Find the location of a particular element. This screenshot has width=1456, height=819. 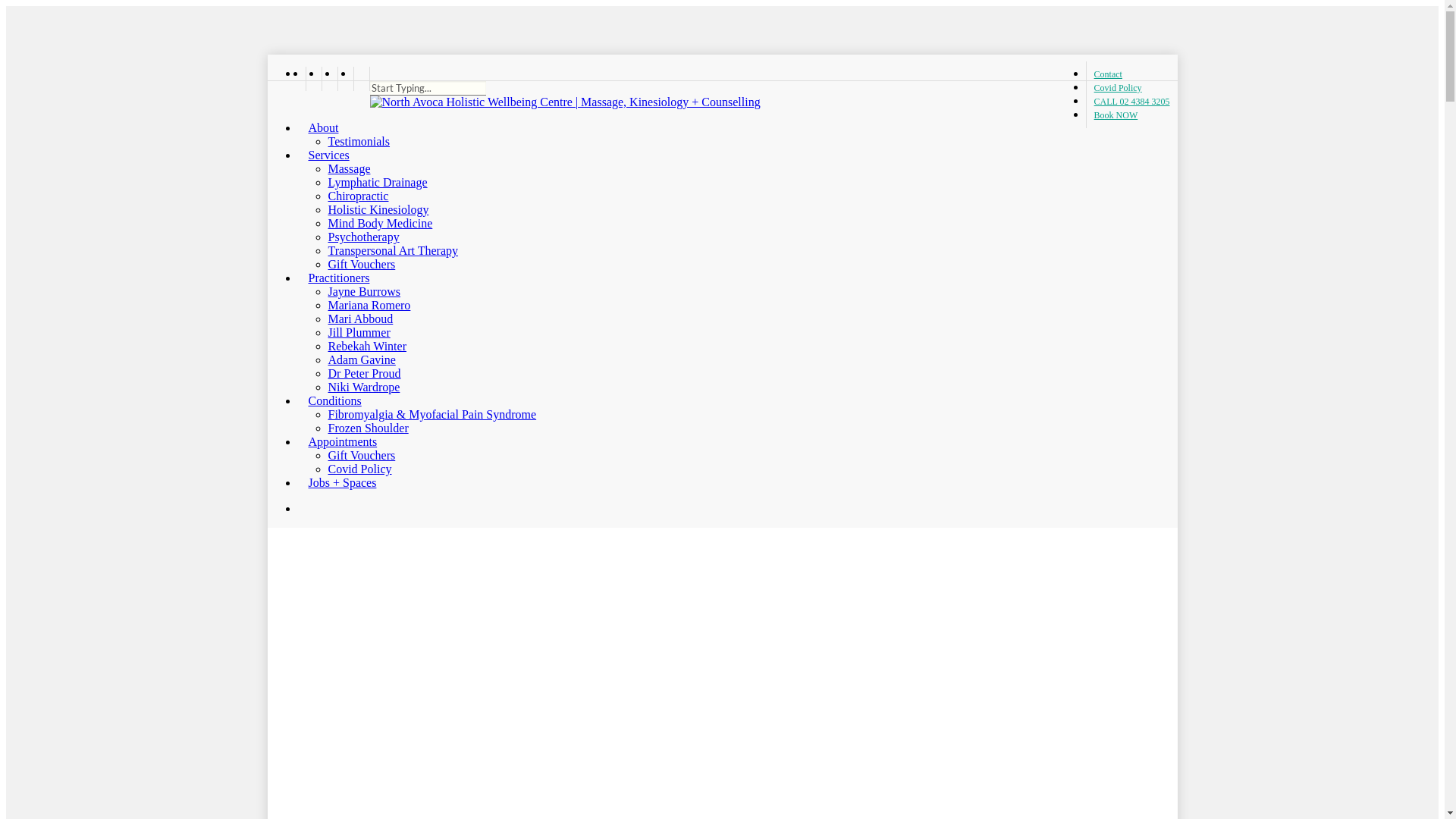

'phone' is located at coordinates (344, 79).